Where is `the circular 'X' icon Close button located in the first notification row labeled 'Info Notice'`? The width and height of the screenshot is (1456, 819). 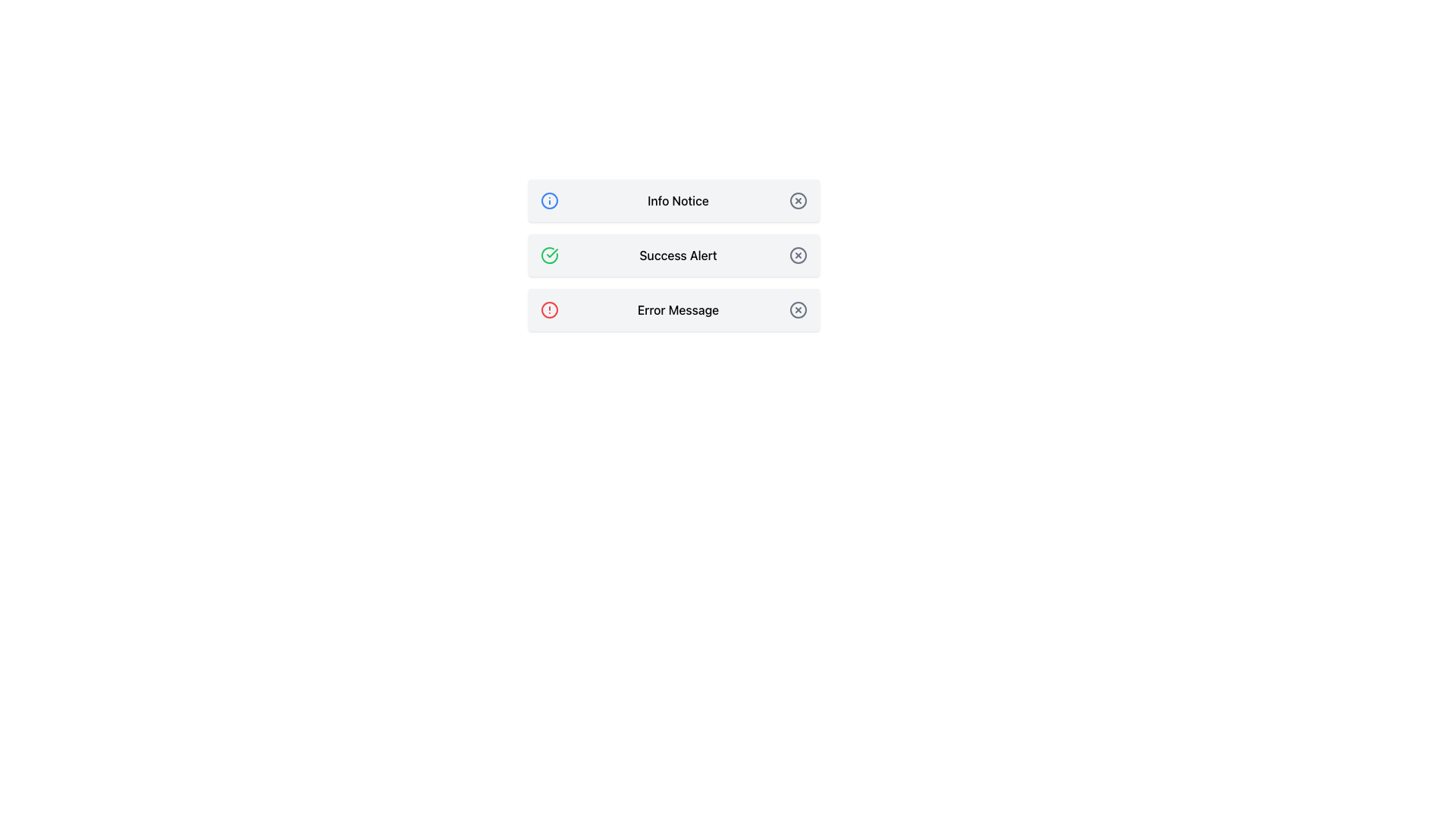 the circular 'X' icon Close button located in the first notification row labeled 'Info Notice' is located at coordinates (797, 200).